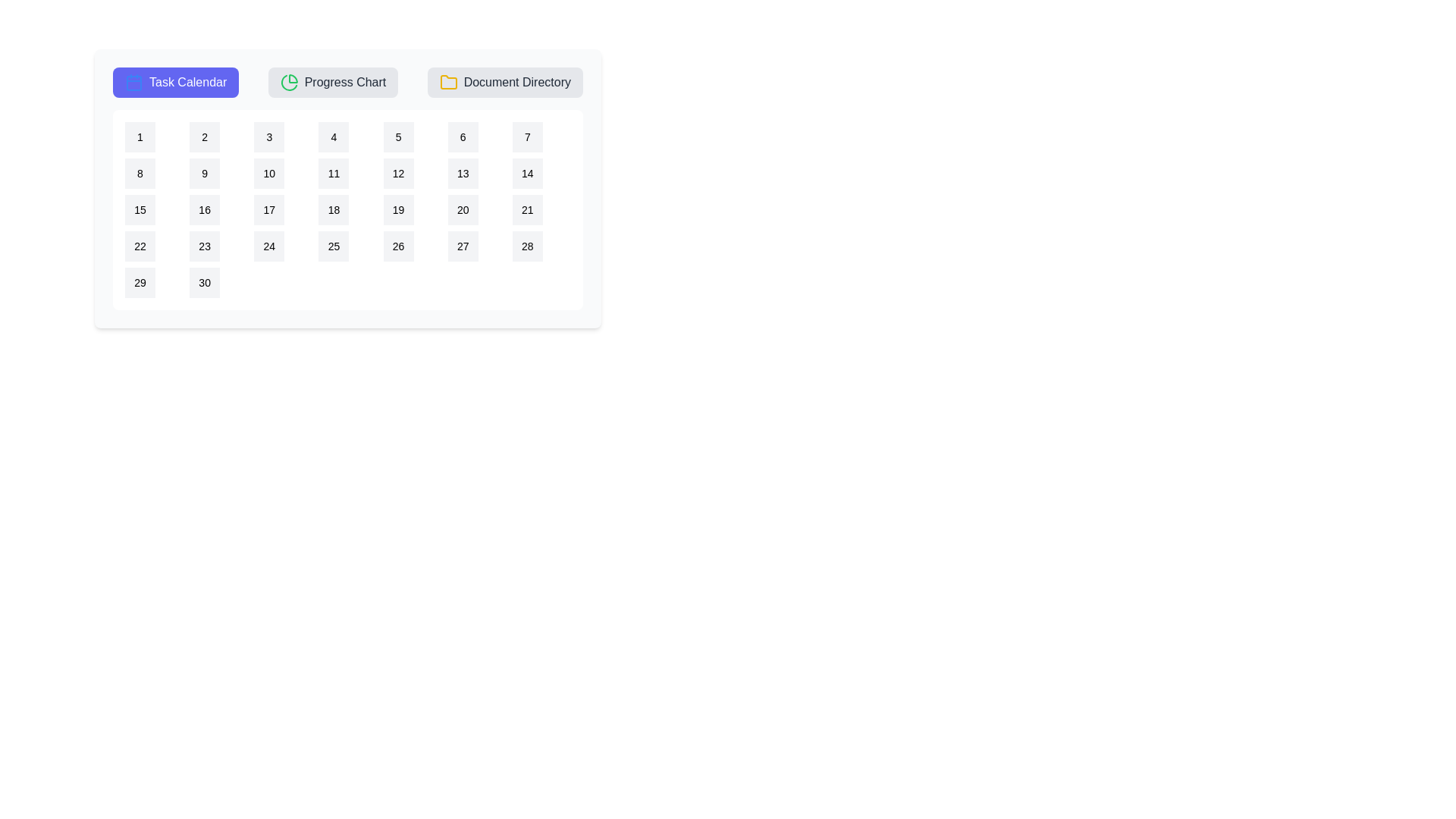 This screenshot has width=1456, height=819. Describe the element at coordinates (527, 210) in the screenshot. I see `the calendar date 21` at that location.